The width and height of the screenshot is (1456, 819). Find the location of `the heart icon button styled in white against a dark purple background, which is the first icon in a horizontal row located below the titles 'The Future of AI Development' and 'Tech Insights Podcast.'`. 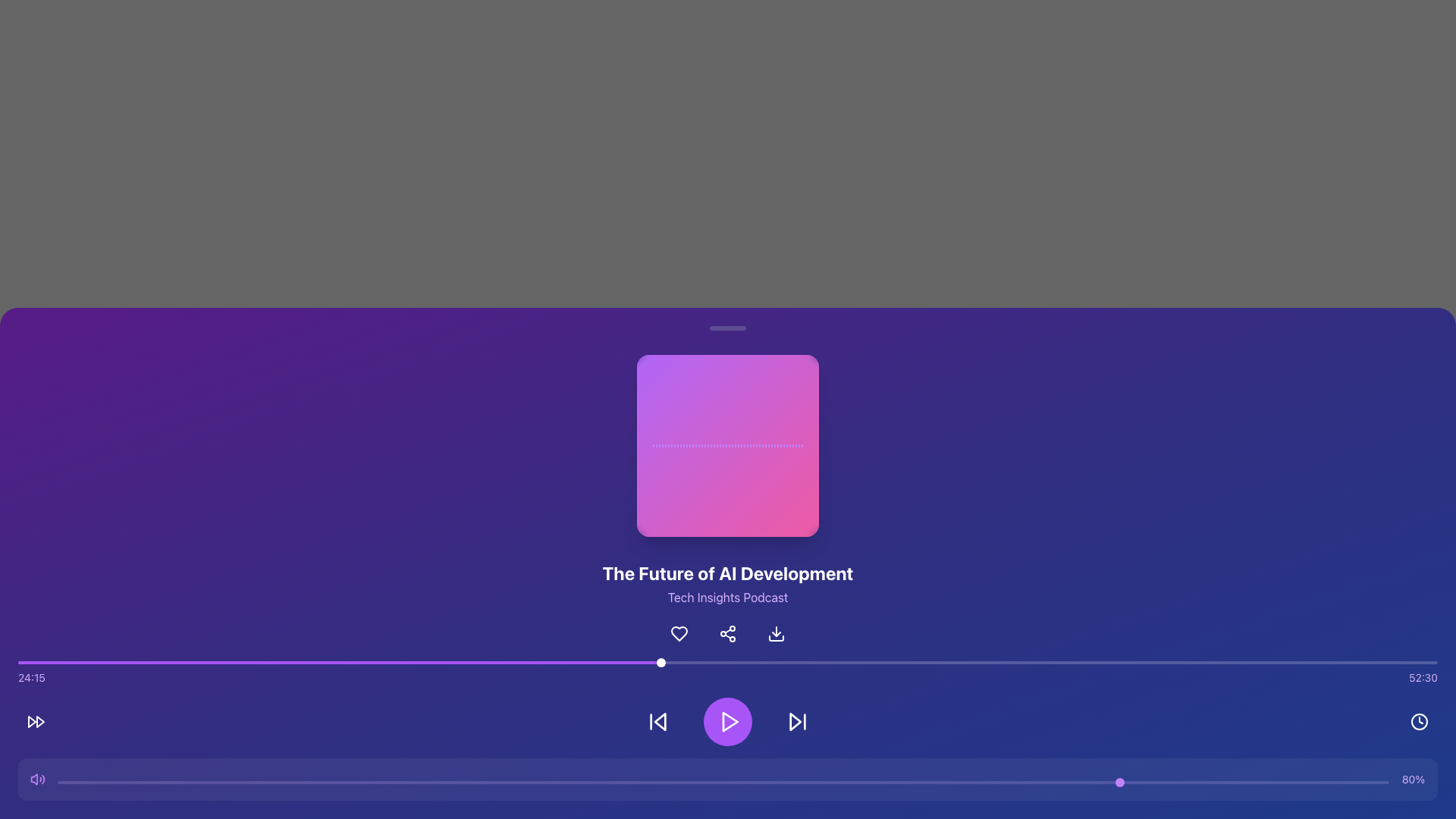

the heart icon button styled in white against a dark purple background, which is the first icon in a horizontal row located below the titles 'The Future of AI Development' and 'Tech Insights Podcast.' is located at coordinates (679, 634).